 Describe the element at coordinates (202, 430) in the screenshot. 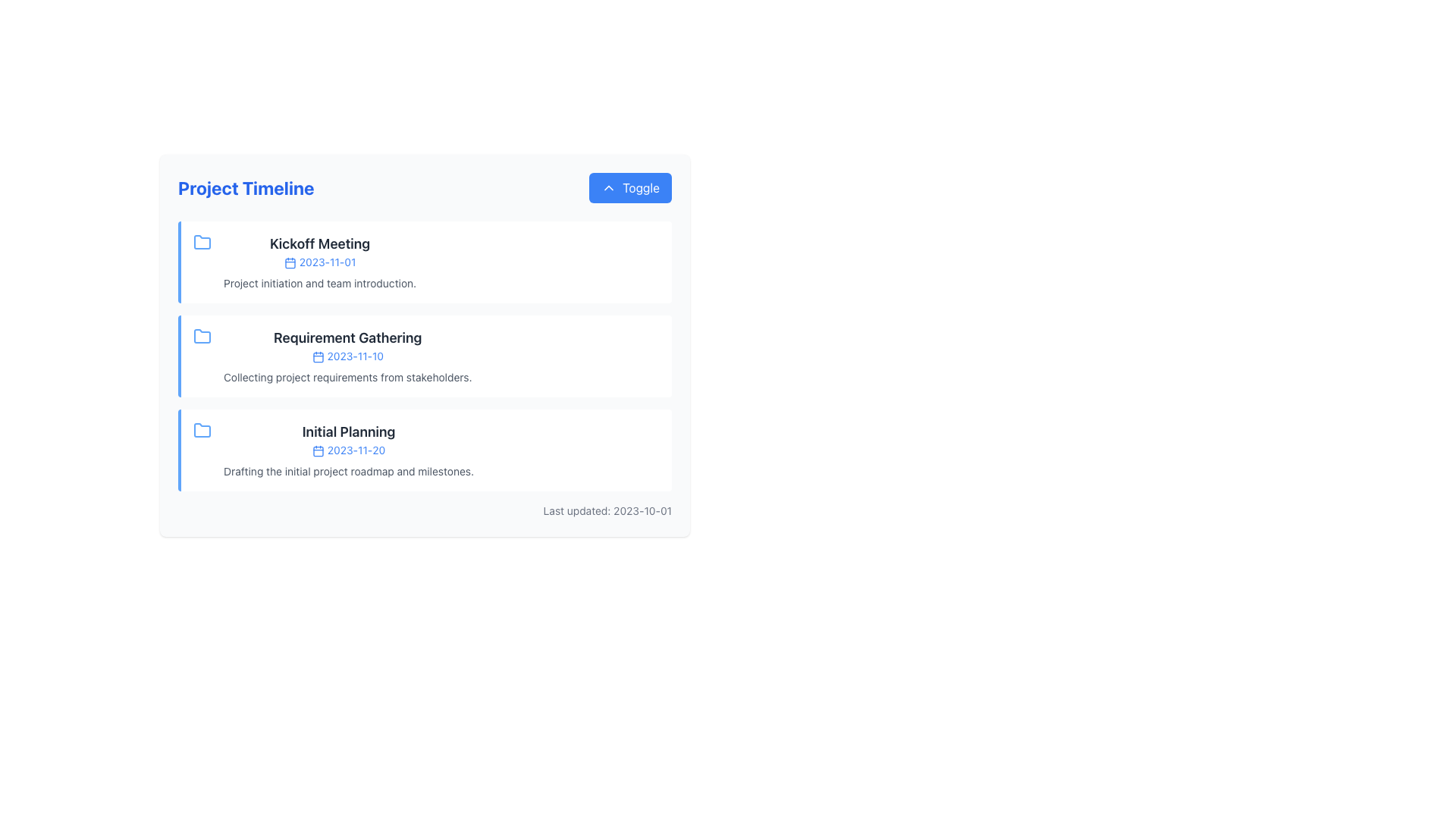

I see `the folder icon located in the third section under 'Project Timeline', next to 'Initial Planning' and the date '2023-11-20'` at that location.